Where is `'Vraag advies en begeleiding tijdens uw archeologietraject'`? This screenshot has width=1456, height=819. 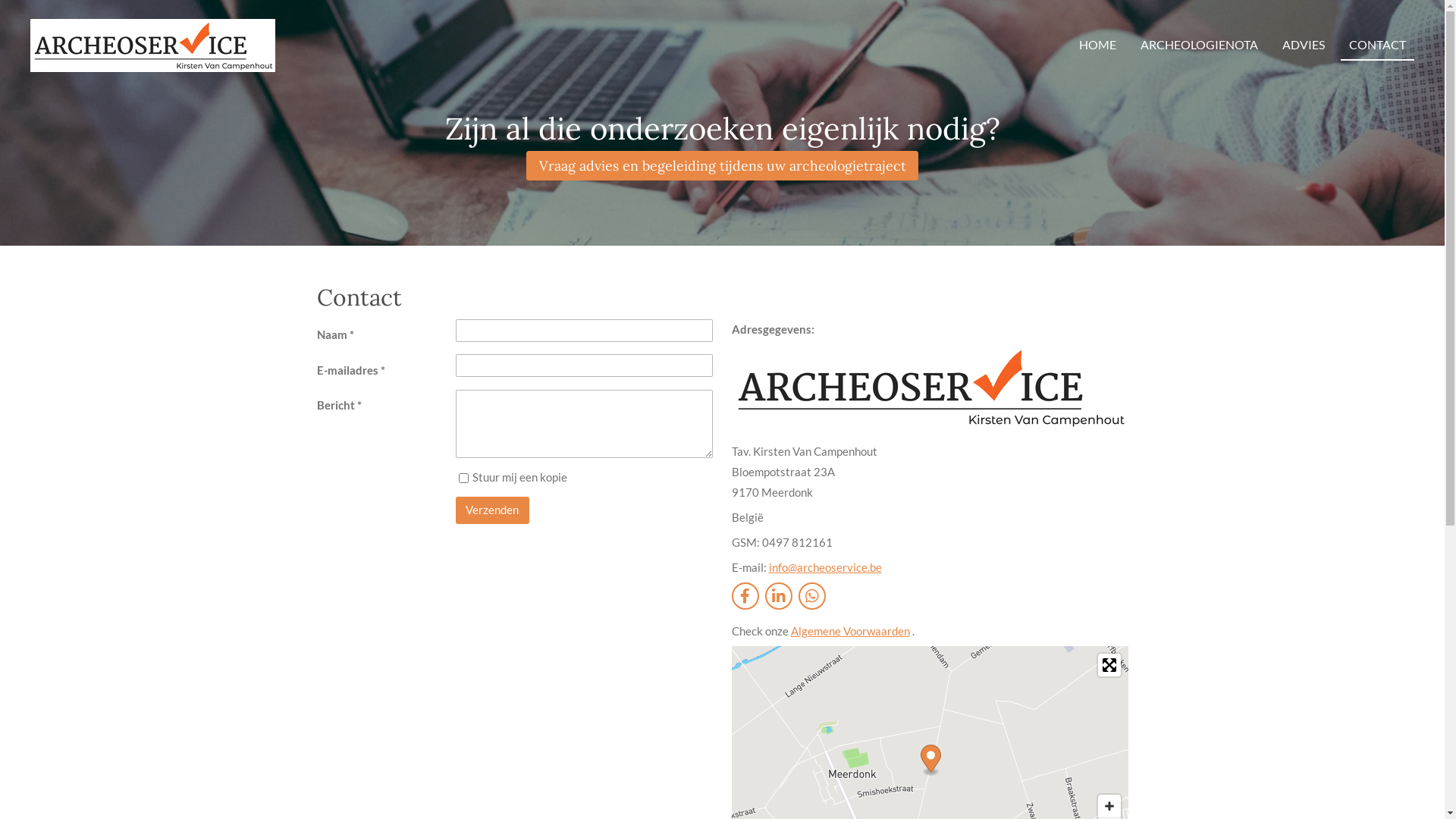 'Vraag advies en begeleiding tijdens uw archeologietraject' is located at coordinates (720, 165).